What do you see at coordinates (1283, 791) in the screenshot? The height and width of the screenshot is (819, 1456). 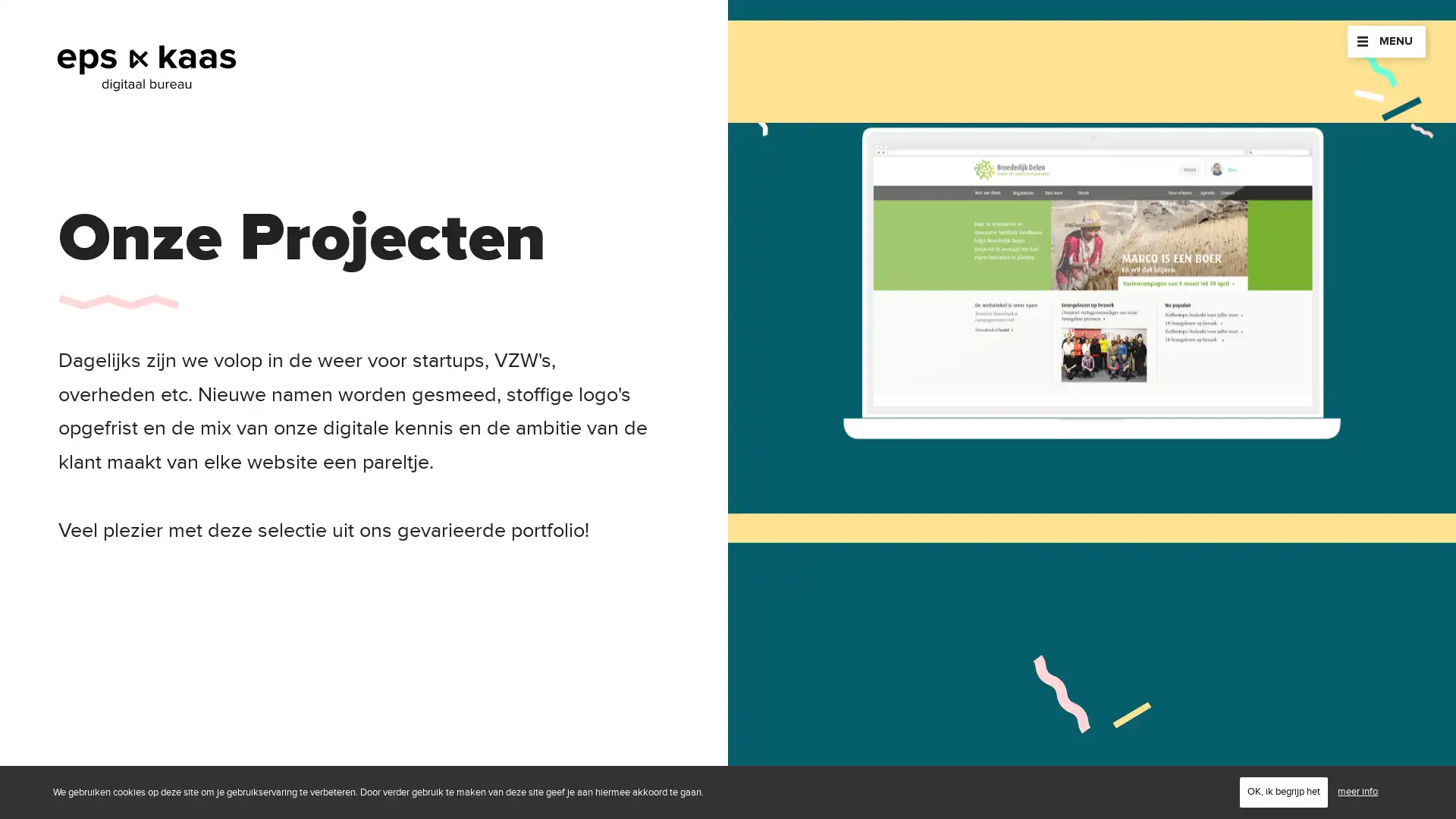 I see `OK, ik begrijp het` at bounding box center [1283, 791].